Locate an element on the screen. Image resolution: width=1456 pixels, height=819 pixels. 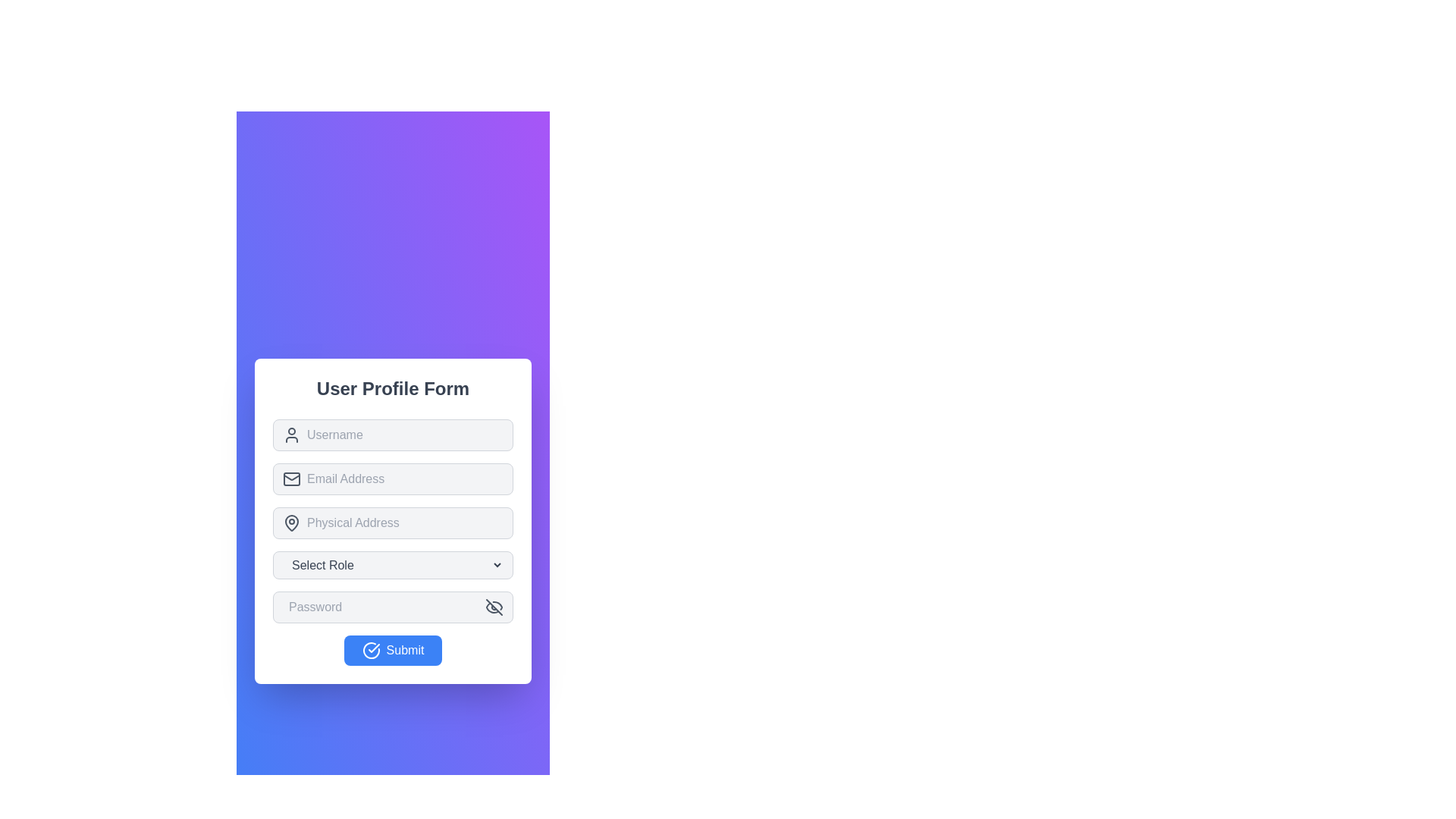
the username icon located to the left of the text input box in the User Profile Form, which visually indicates the purpose of the adjacent field is located at coordinates (291, 435).